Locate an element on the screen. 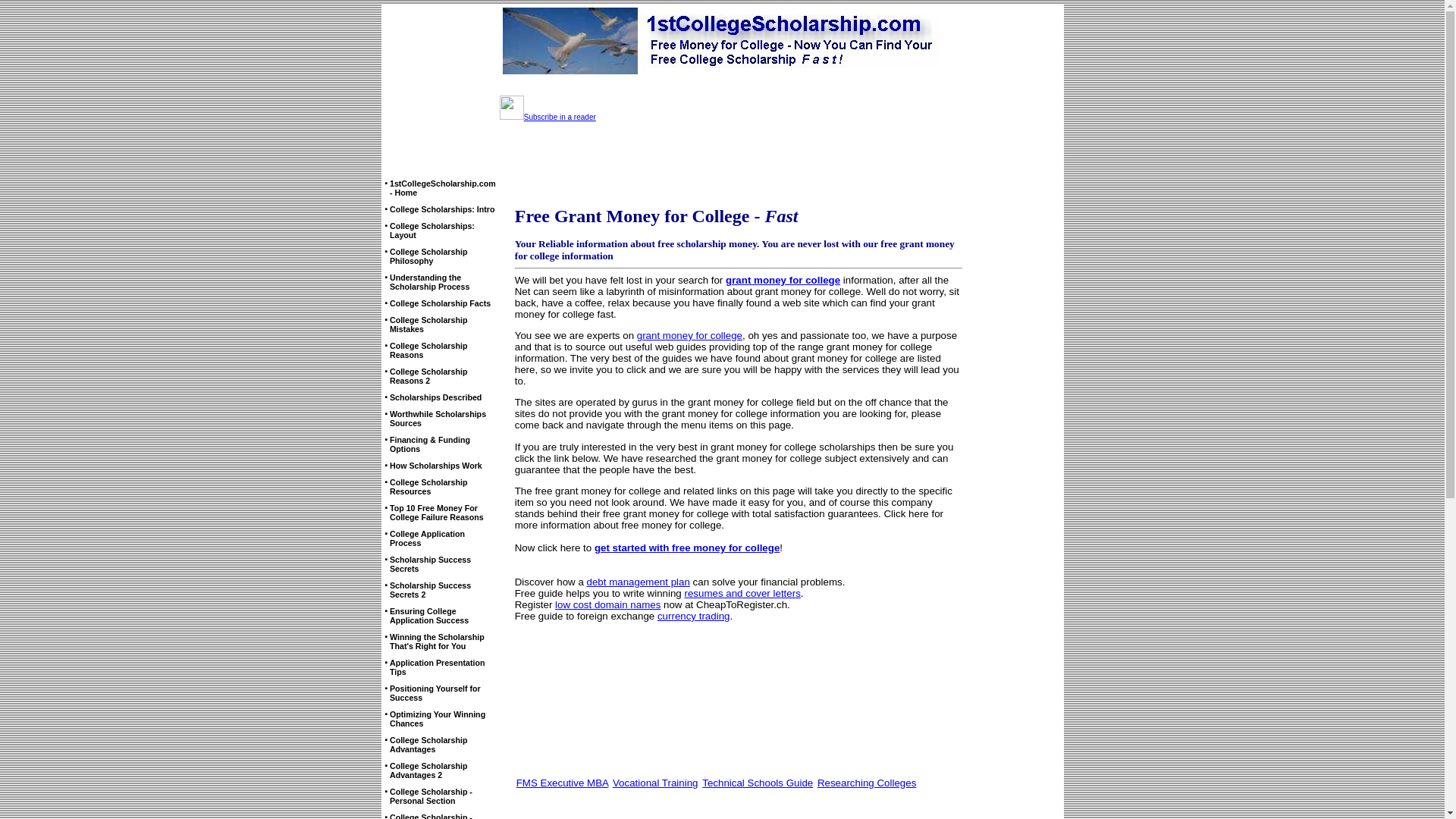 This screenshot has width=1456, height=819. 'low cost domain names' is located at coordinates (607, 604).